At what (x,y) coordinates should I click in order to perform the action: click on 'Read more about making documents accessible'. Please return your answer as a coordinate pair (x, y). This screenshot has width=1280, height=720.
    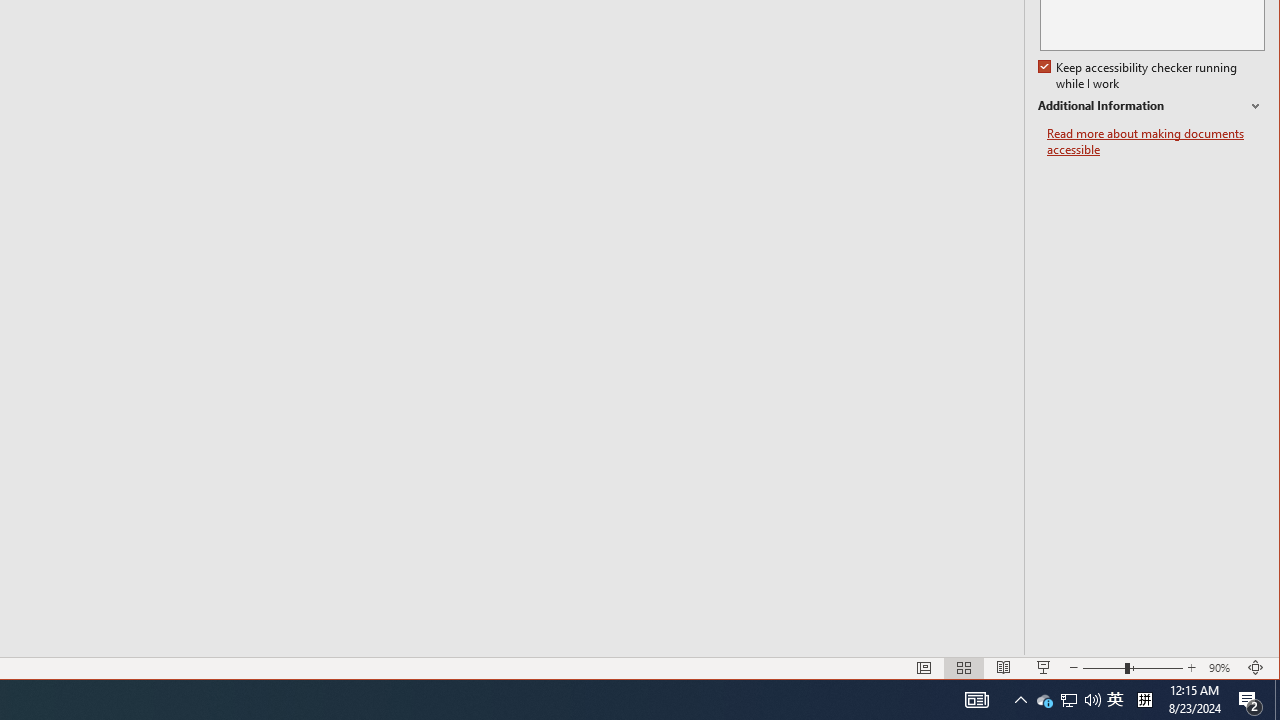
    Looking at the image, I should click on (1155, 141).